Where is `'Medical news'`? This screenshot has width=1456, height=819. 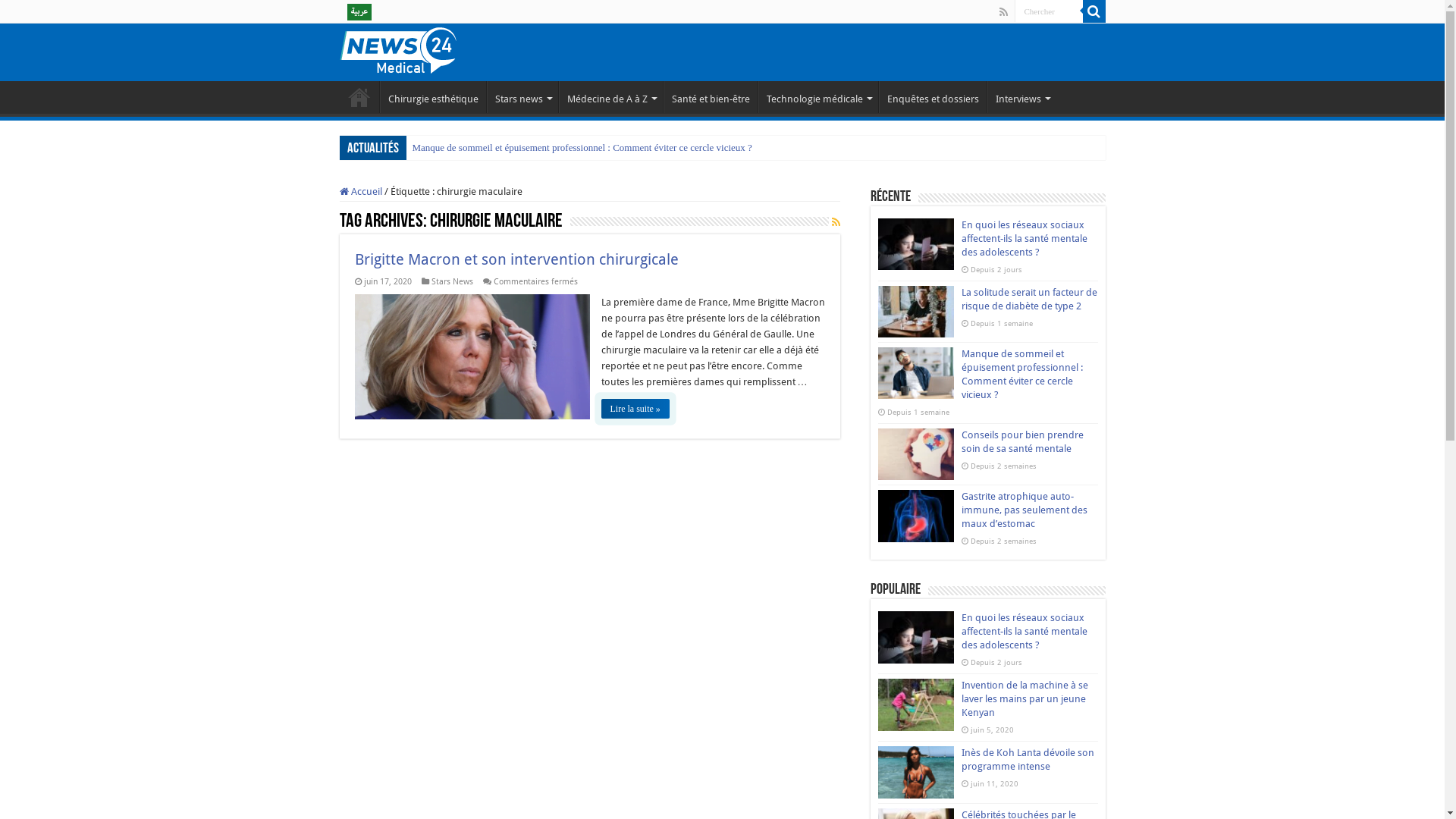 'Medical news' is located at coordinates (397, 49).